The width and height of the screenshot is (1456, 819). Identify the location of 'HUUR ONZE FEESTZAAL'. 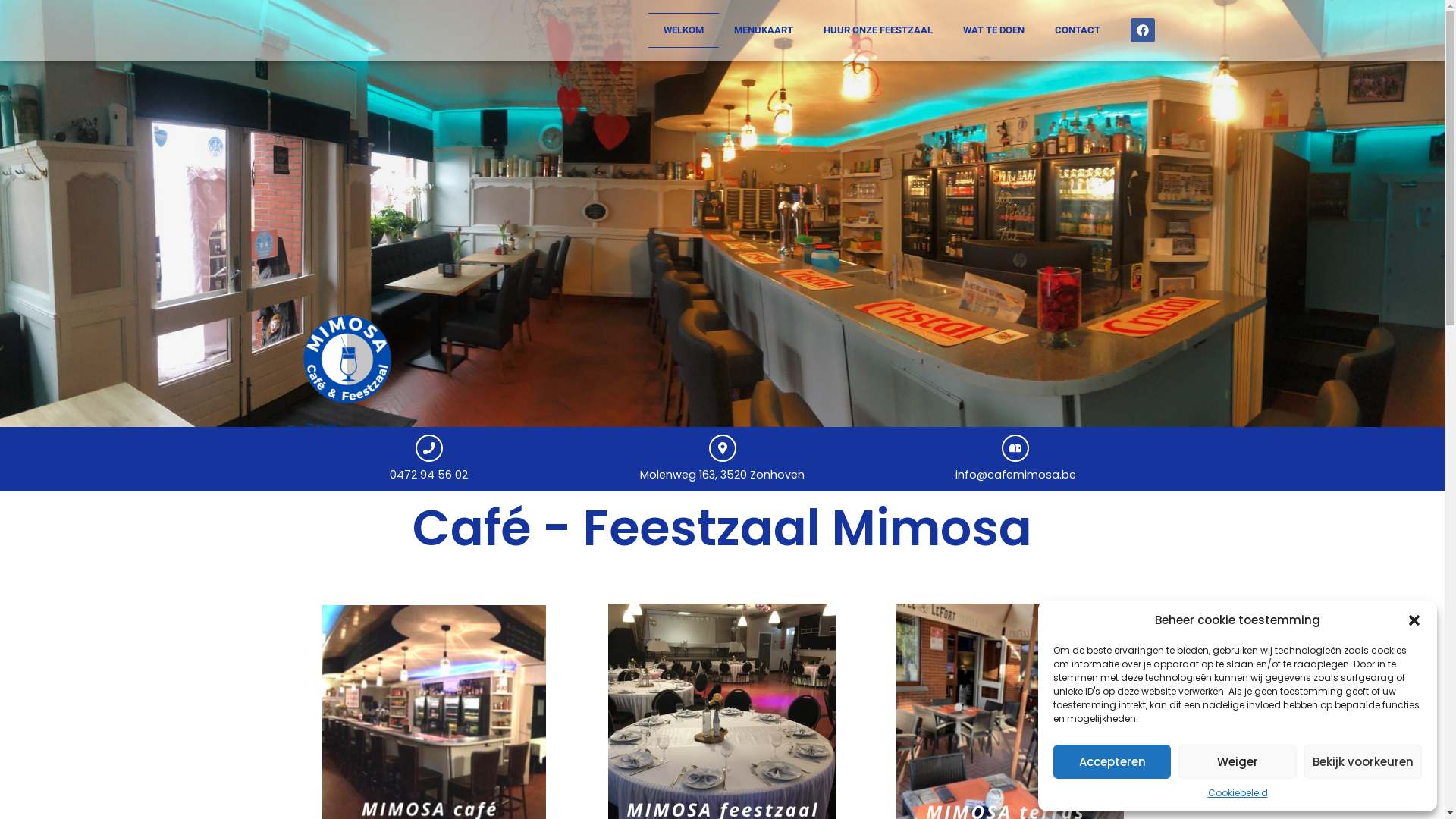
(807, 30).